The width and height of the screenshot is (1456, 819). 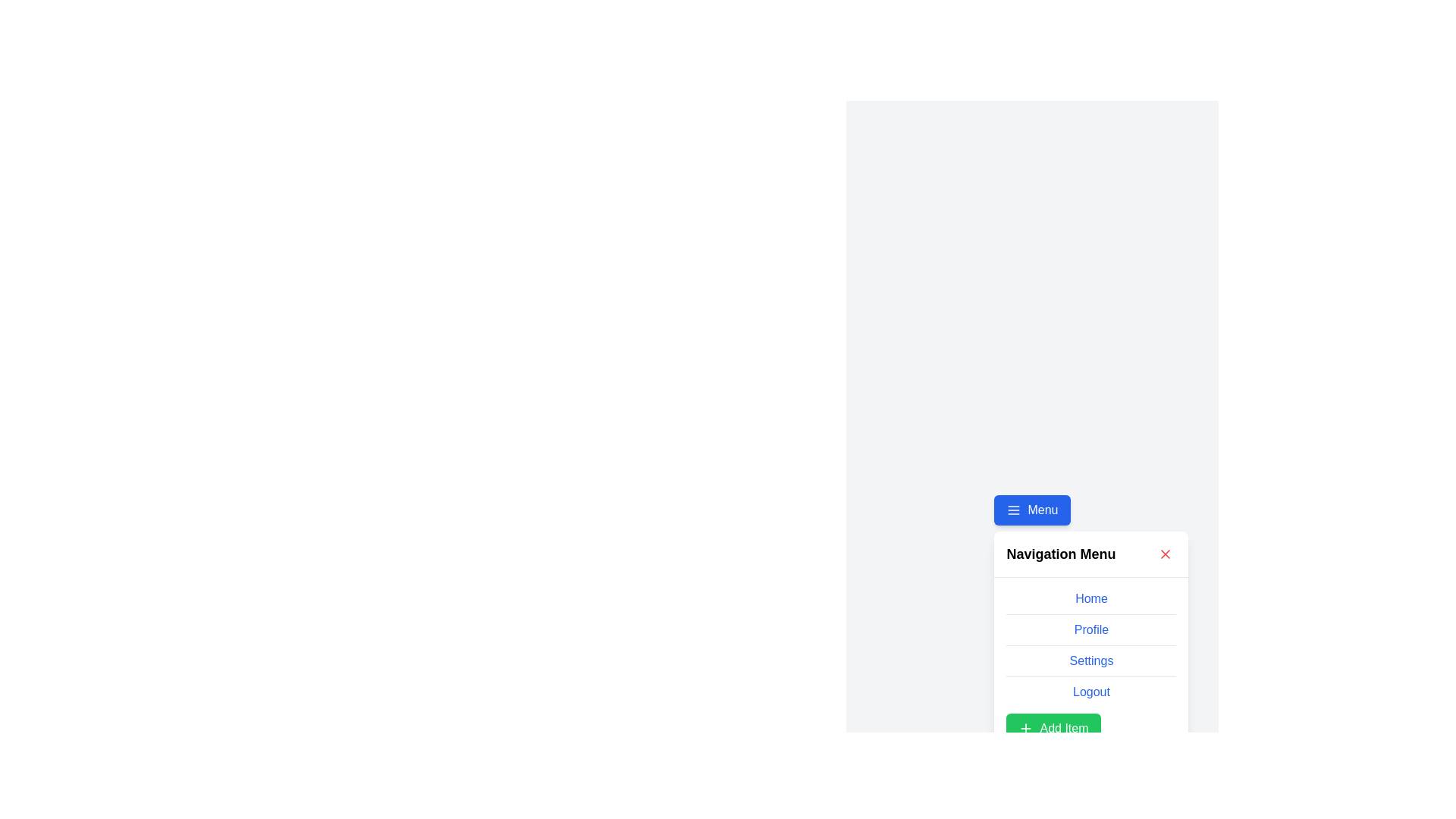 I want to click on the 'Menu' button, which is a blue button with white text and an icon resembling three horizontal lines, located in the top-right area of the interface, so click(x=1031, y=510).